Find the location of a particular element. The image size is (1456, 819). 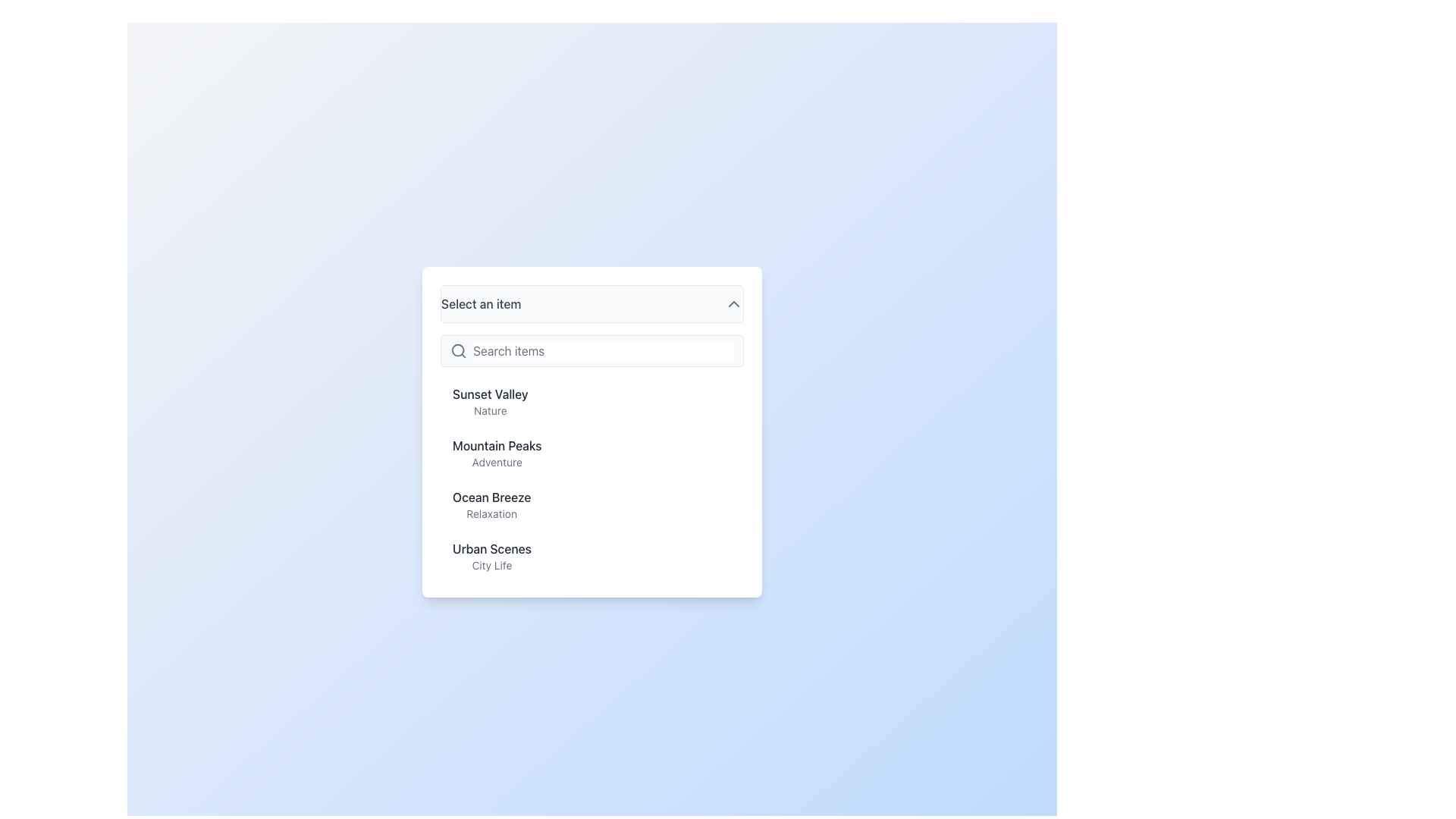

the selectable list item labeled 'Urban Scenes' that appears in a dropdown menu, positioned between 'Ocean Breeze - Relaxation' and no other elements is located at coordinates (591, 556).